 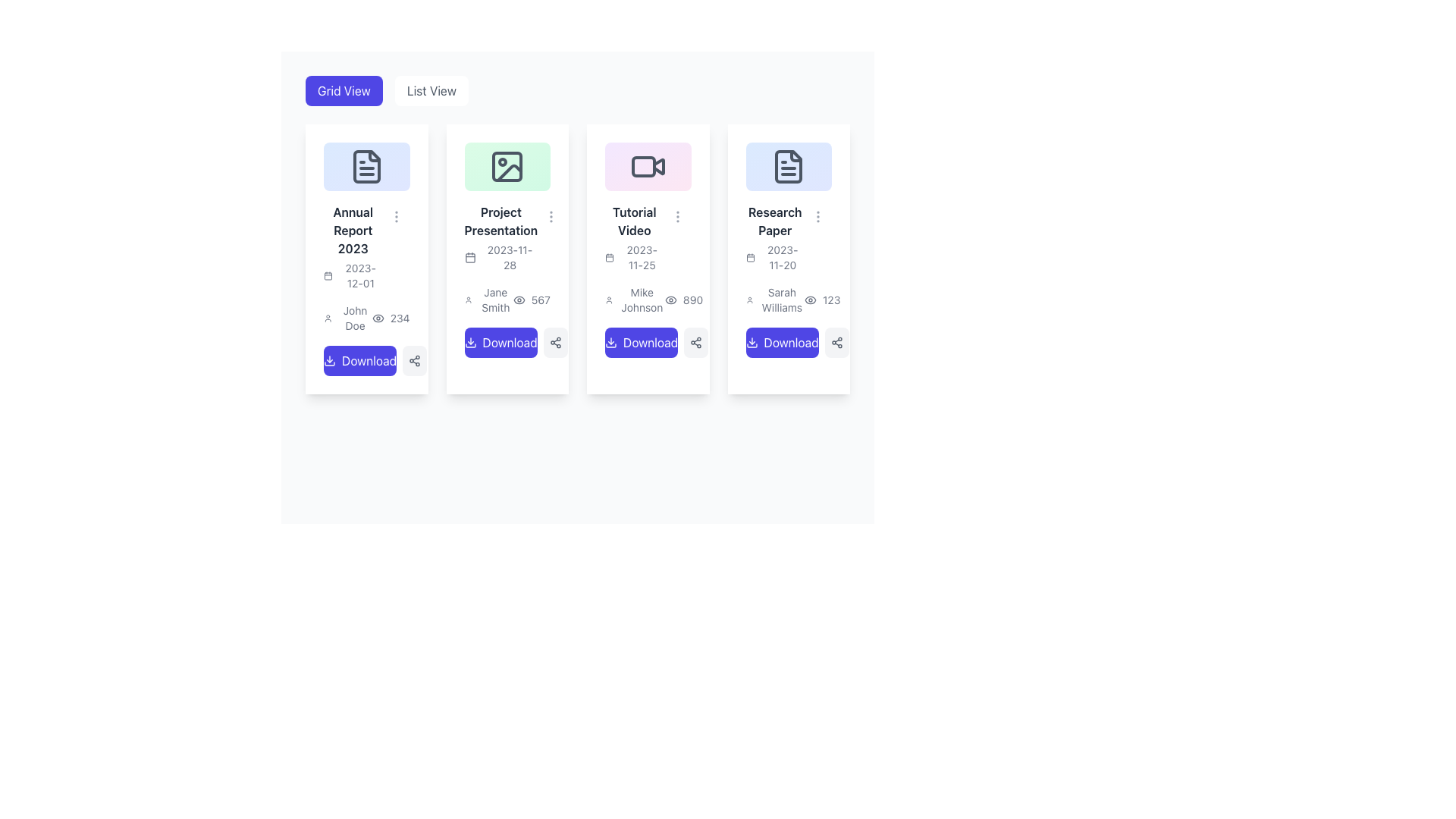 What do you see at coordinates (817, 216) in the screenshot?
I see `the menu trigger button located at the top-right corner of the 'Research Paper' card` at bounding box center [817, 216].